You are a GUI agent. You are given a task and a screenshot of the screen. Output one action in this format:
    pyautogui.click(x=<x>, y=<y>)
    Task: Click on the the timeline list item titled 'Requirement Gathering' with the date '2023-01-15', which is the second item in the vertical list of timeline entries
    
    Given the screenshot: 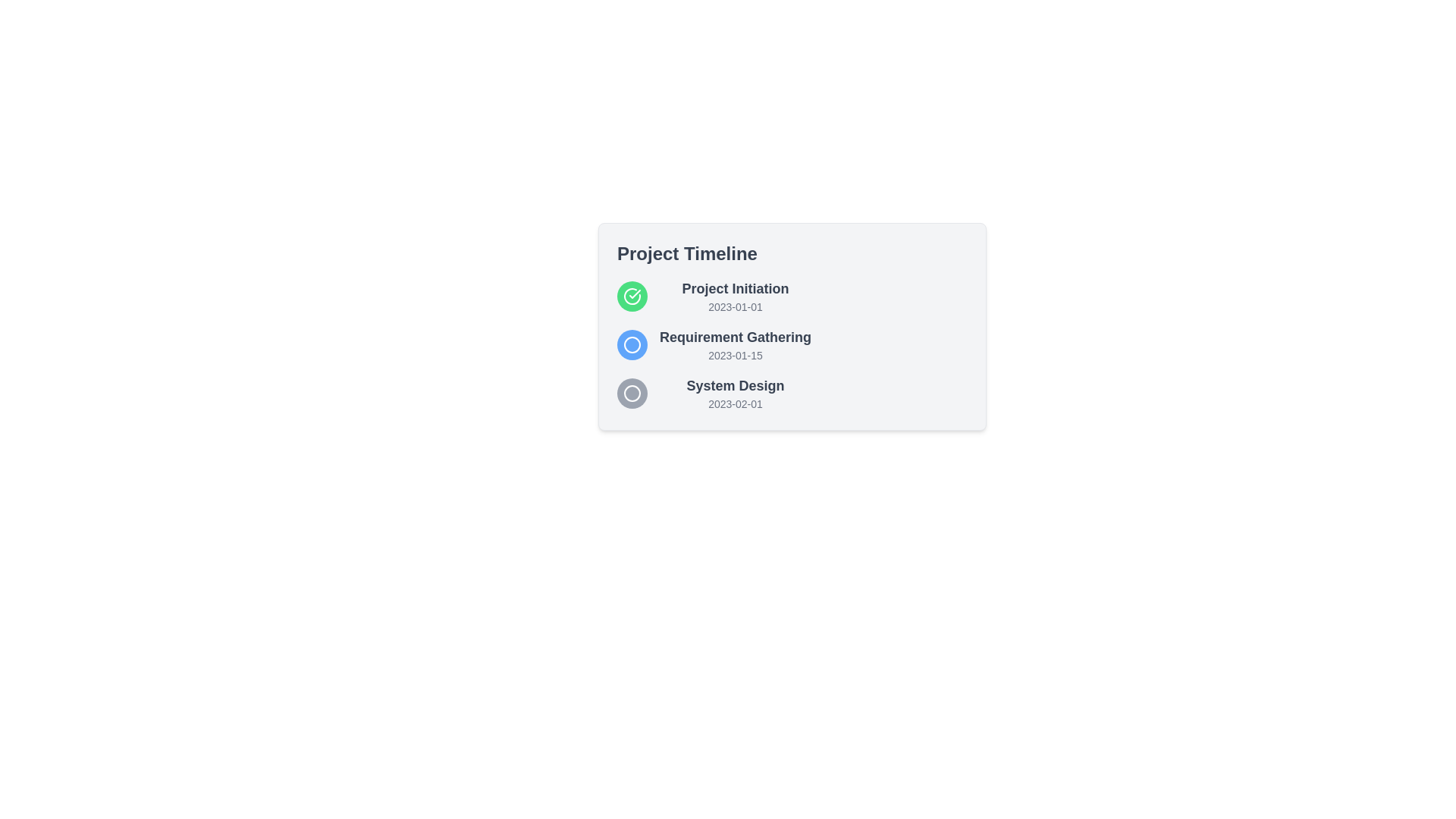 What is the action you would take?
    pyautogui.click(x=713, y=345)
    